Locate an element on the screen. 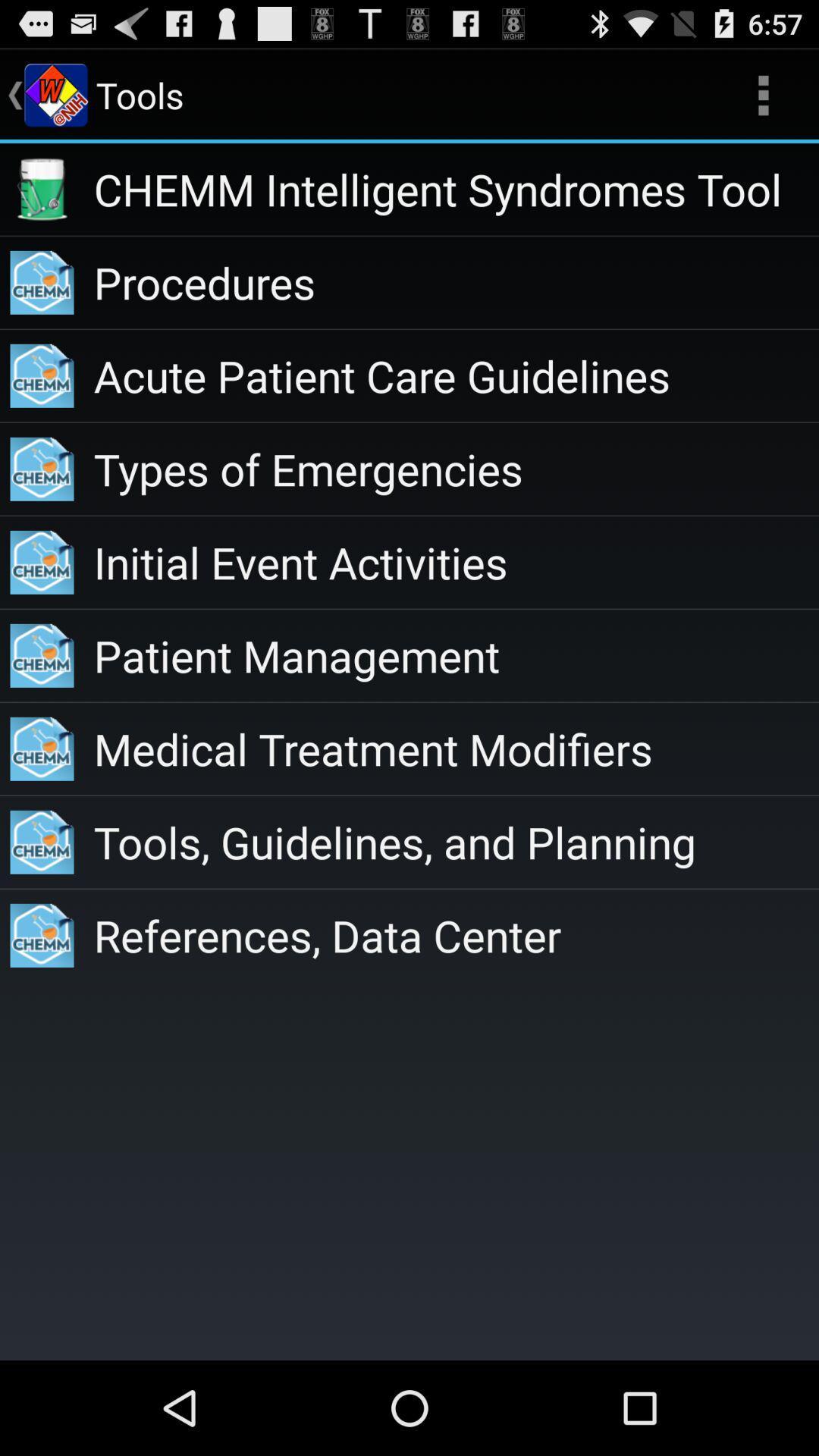 Image resolution: width=819 pixels, height=1456 pixels. the item below the acute patient care app is located at coordinates (455, 468).